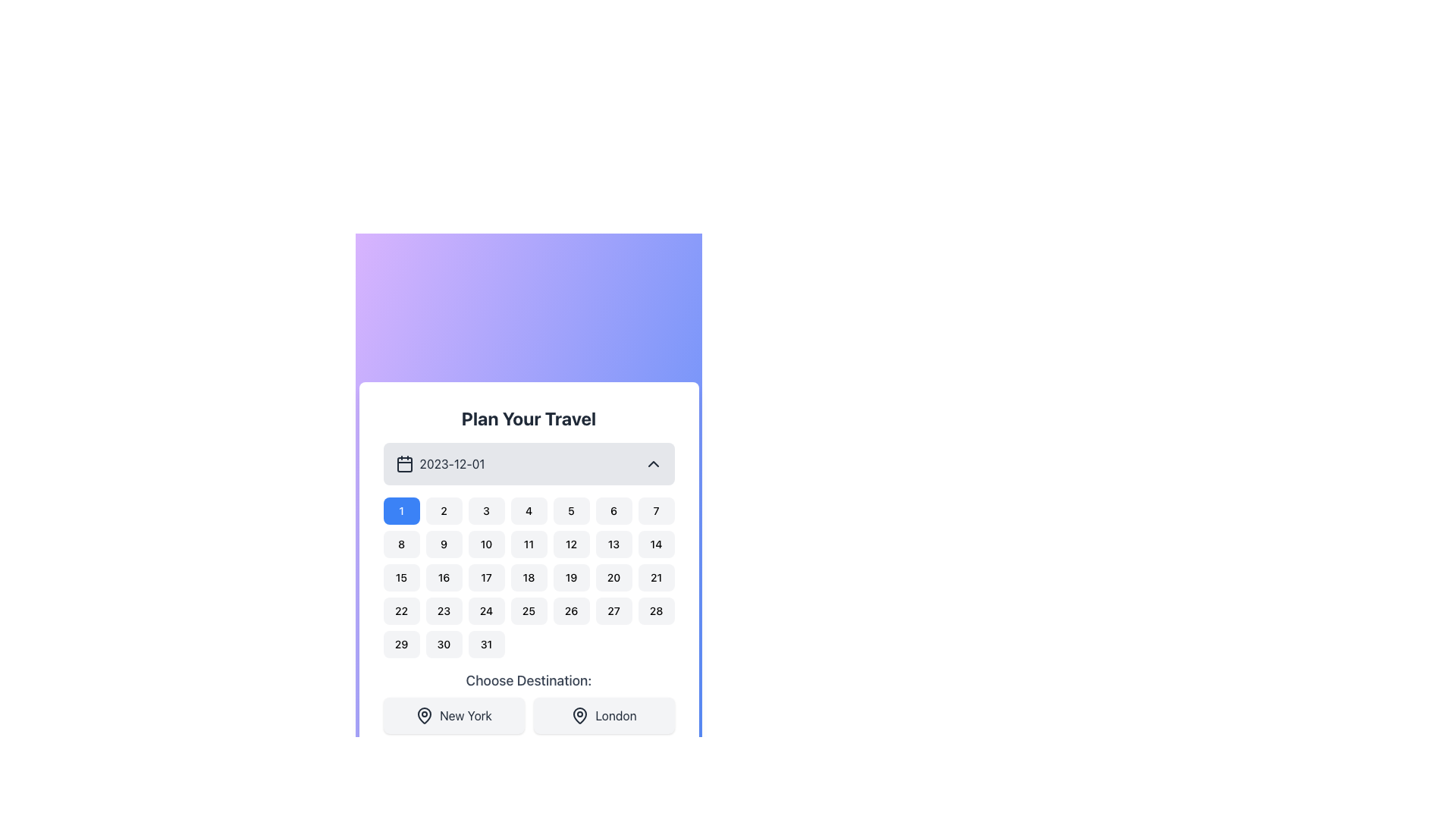  I want to click on the button representing the 31st day in the calendar grid, so click(486, 644).